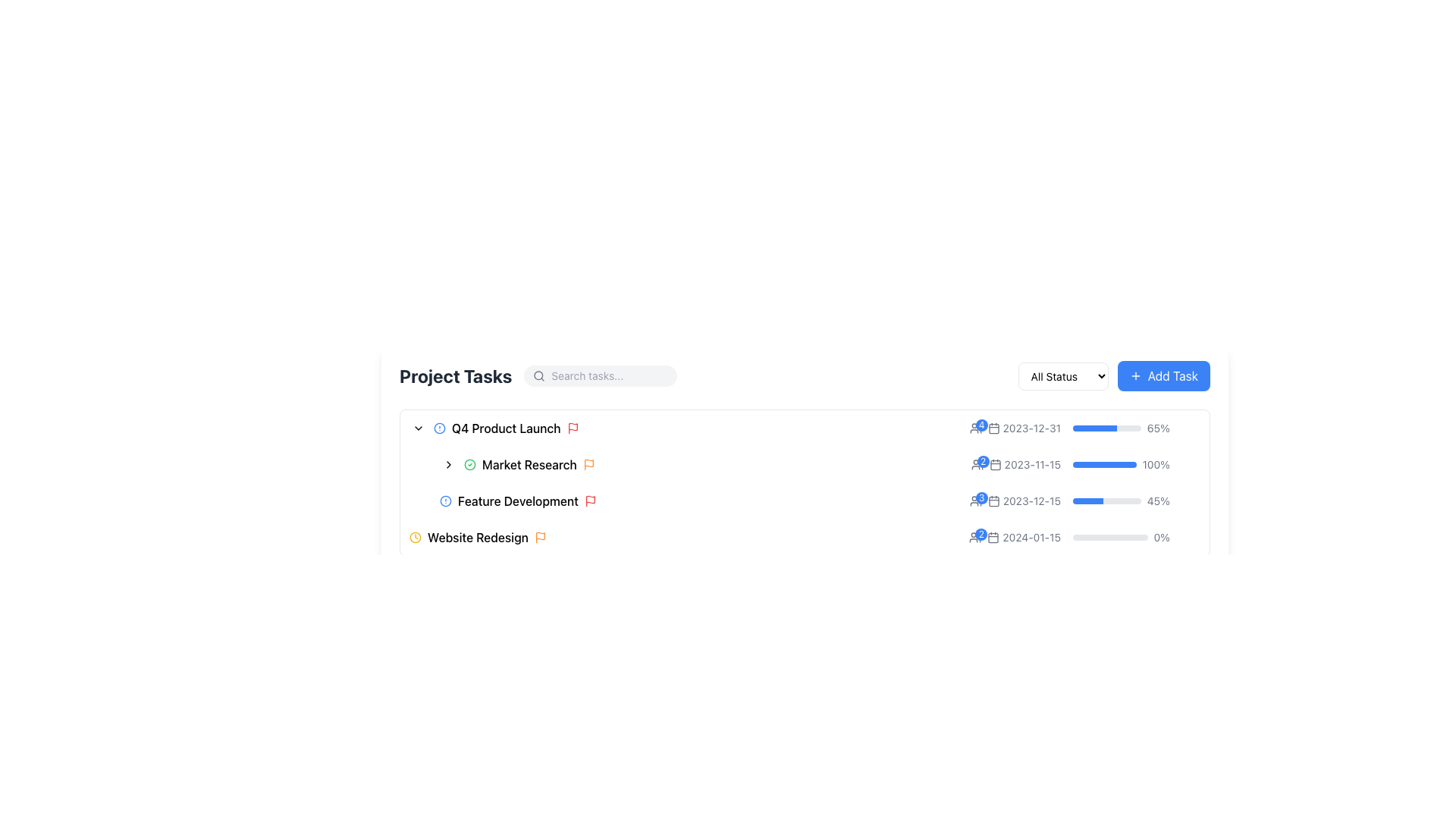  I want to click on the calendar icon, which is a simple line-drawing styled with a rounded square outline, located directly to the left of the date text '2023-12-31', so click(993, 428).